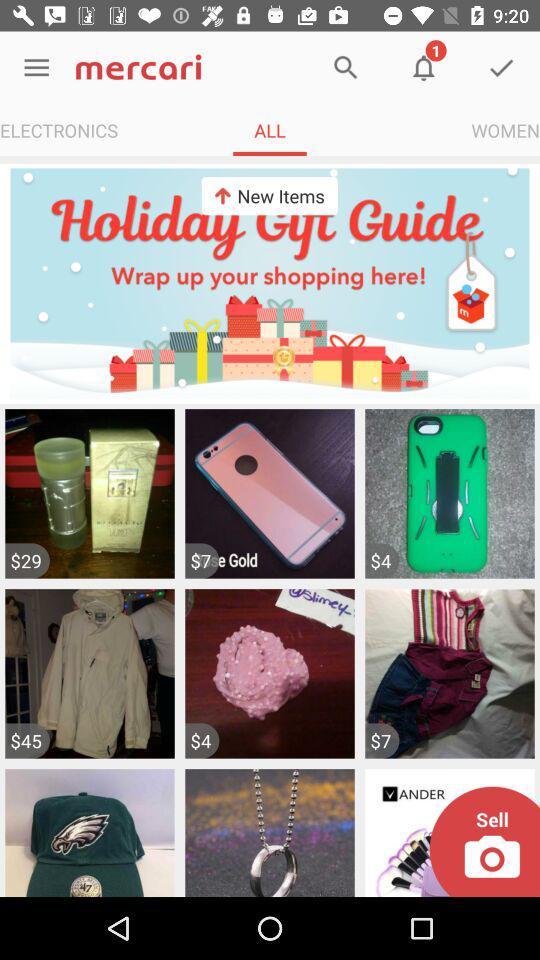  What do you see at coordinates (504, 129) in the screenshot?
I see `the women app` at bounding box center [504, 129].